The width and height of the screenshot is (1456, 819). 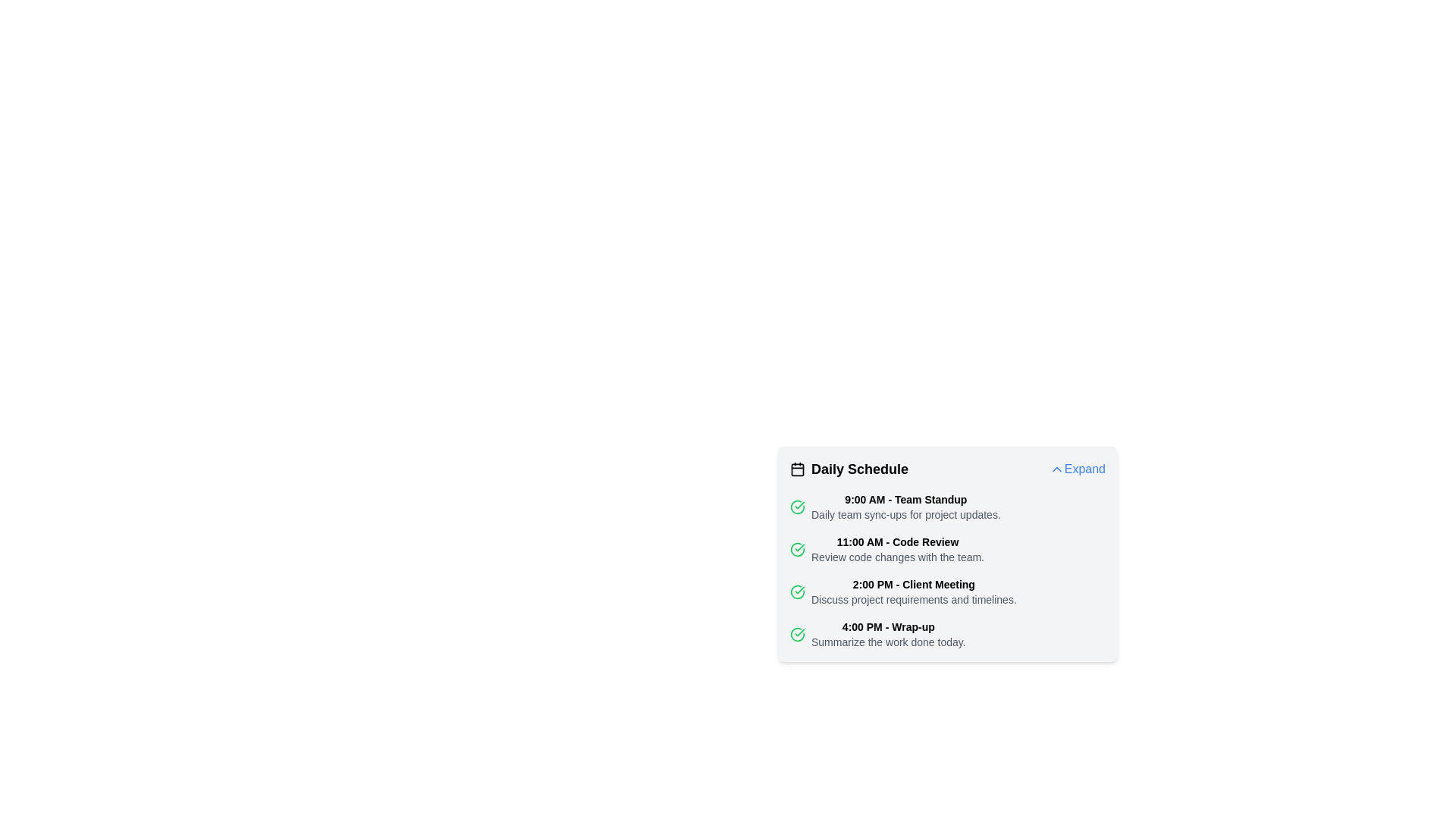 What do you see at coordinates (913, 591) in the screenshot?
I see `the third item in the 'Daily Schedule' list, which is a Text Label displaying the time and summary of a meeting event` at bounding box center [913, 591].